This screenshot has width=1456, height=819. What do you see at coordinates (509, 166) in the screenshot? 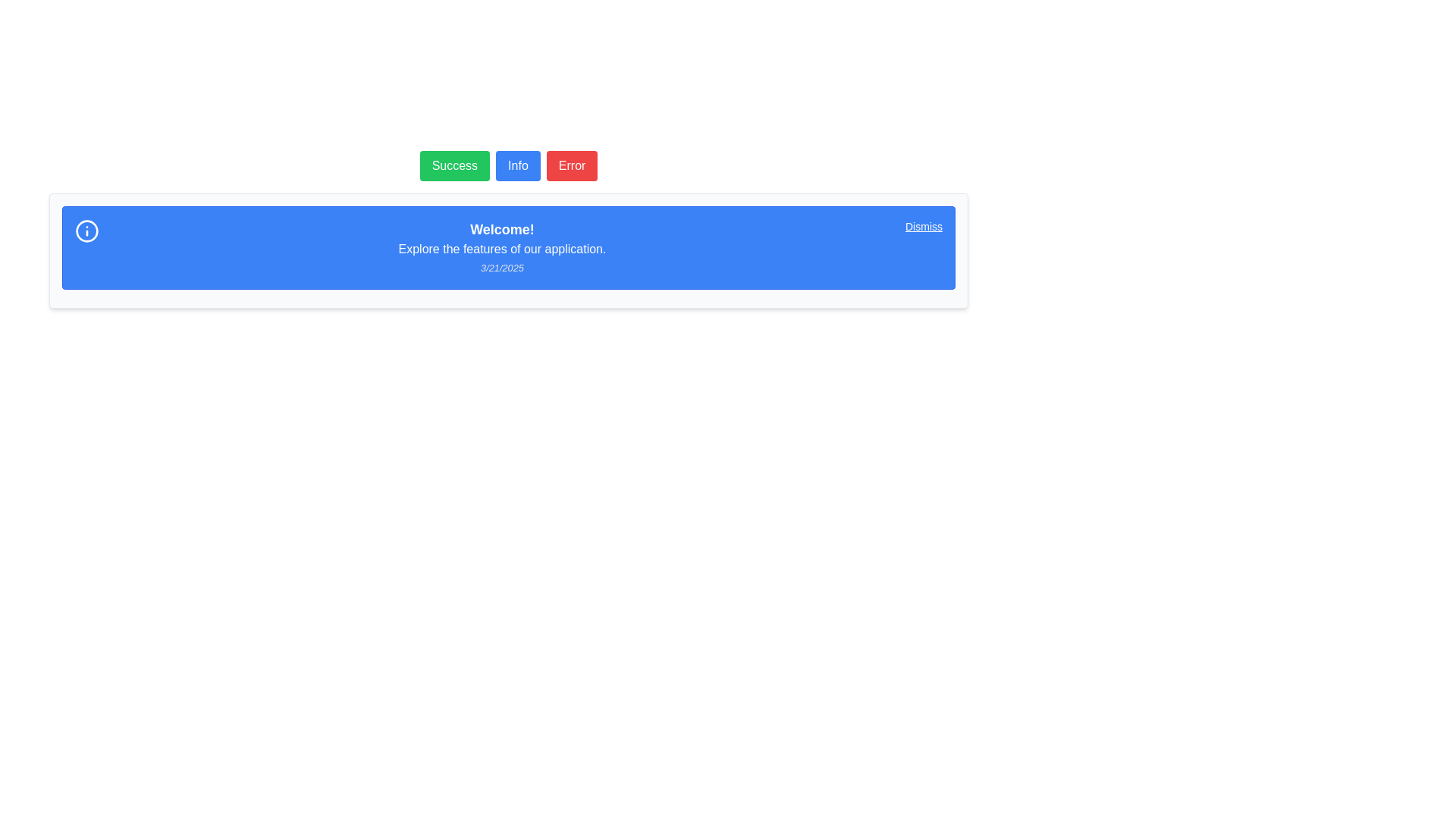
I see `the 'Info' button, which is the second button in a horizontal sequence of three buttons` at bounding box center [509, 166].